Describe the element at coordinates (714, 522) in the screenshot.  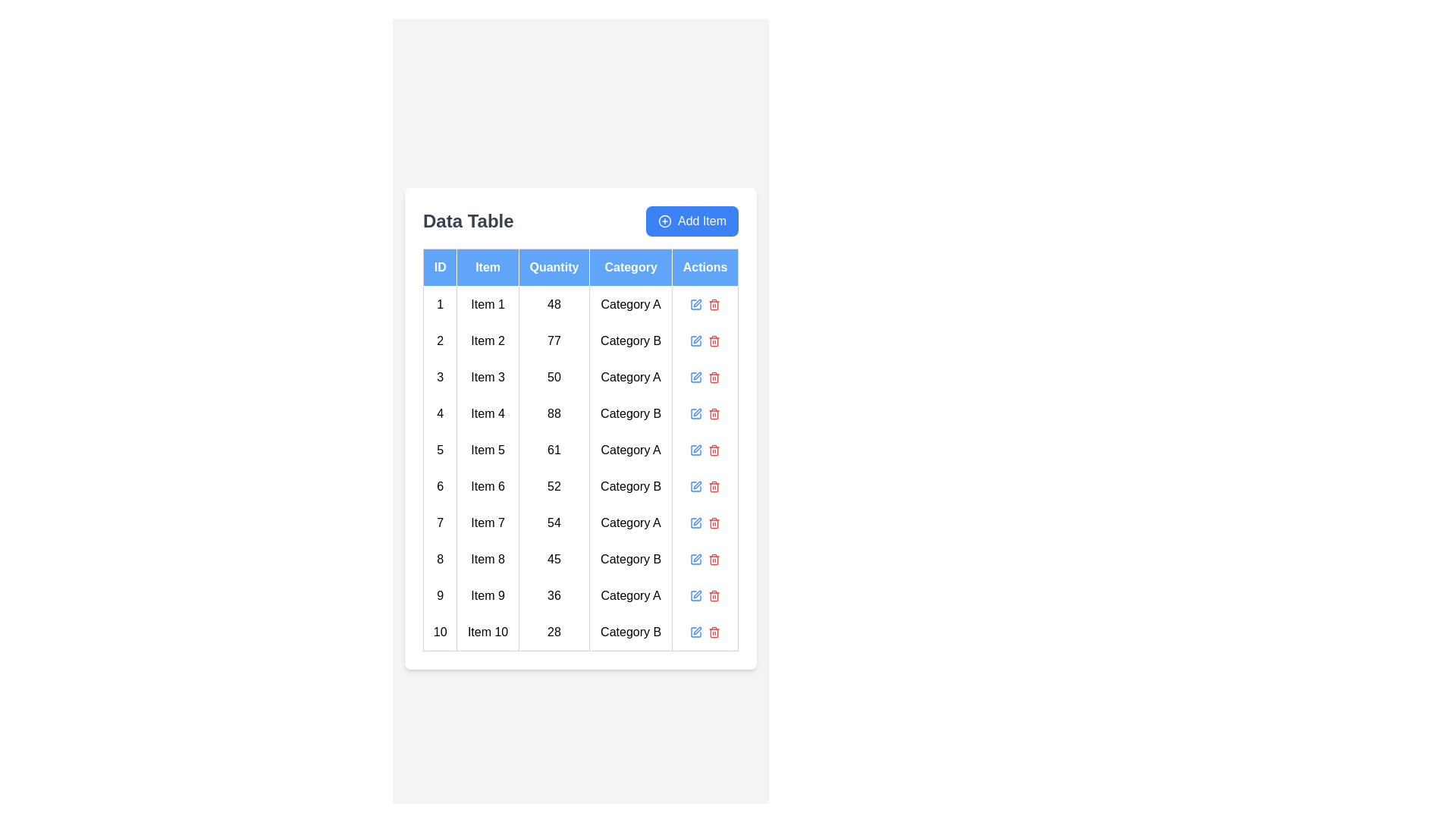
I see `the central part of the trash icon in the 'Actions' column of the data table associated with 'Item 7'` at that location.